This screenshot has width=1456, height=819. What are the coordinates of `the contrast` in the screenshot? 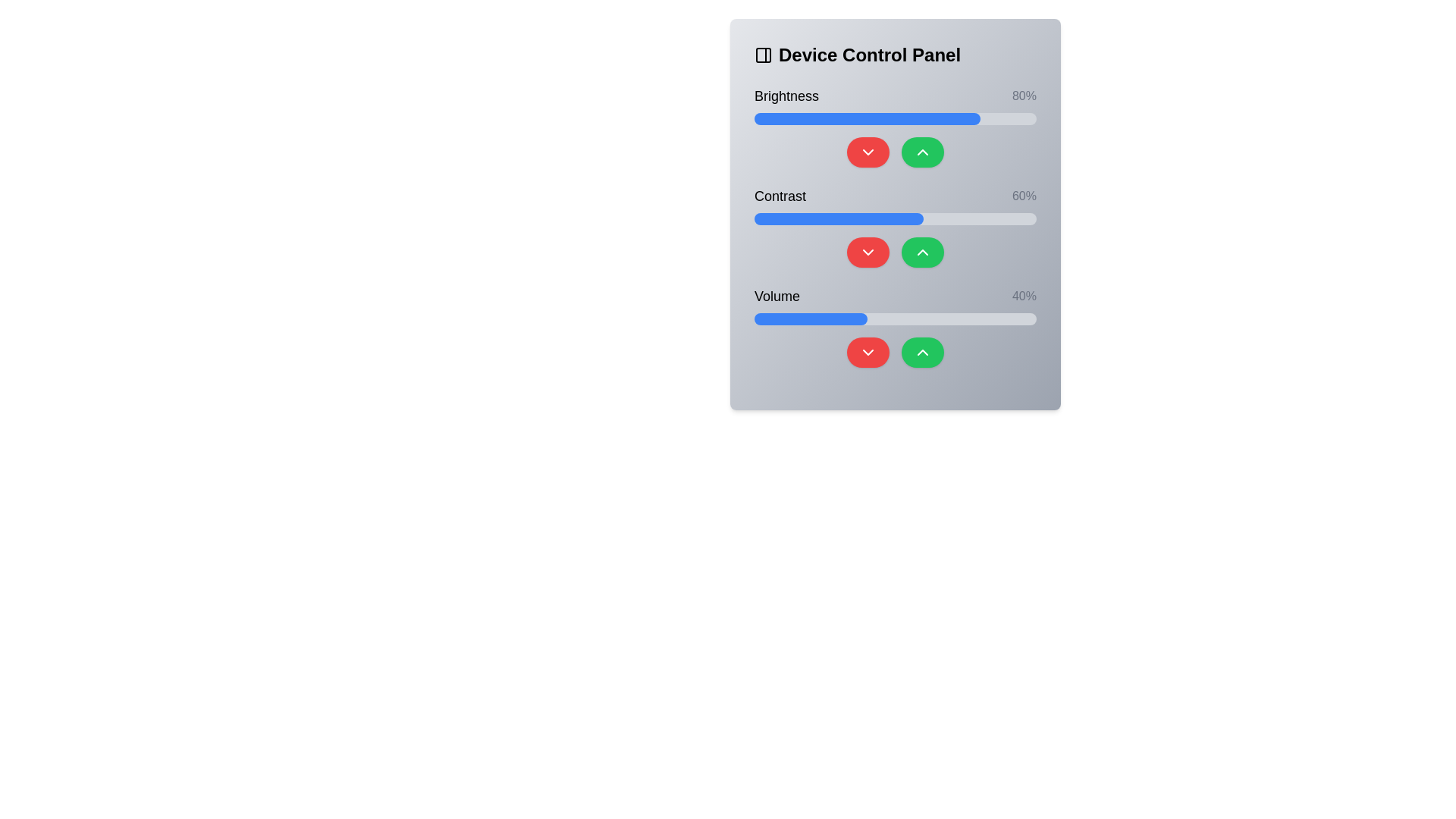 It's located at (855, 219).